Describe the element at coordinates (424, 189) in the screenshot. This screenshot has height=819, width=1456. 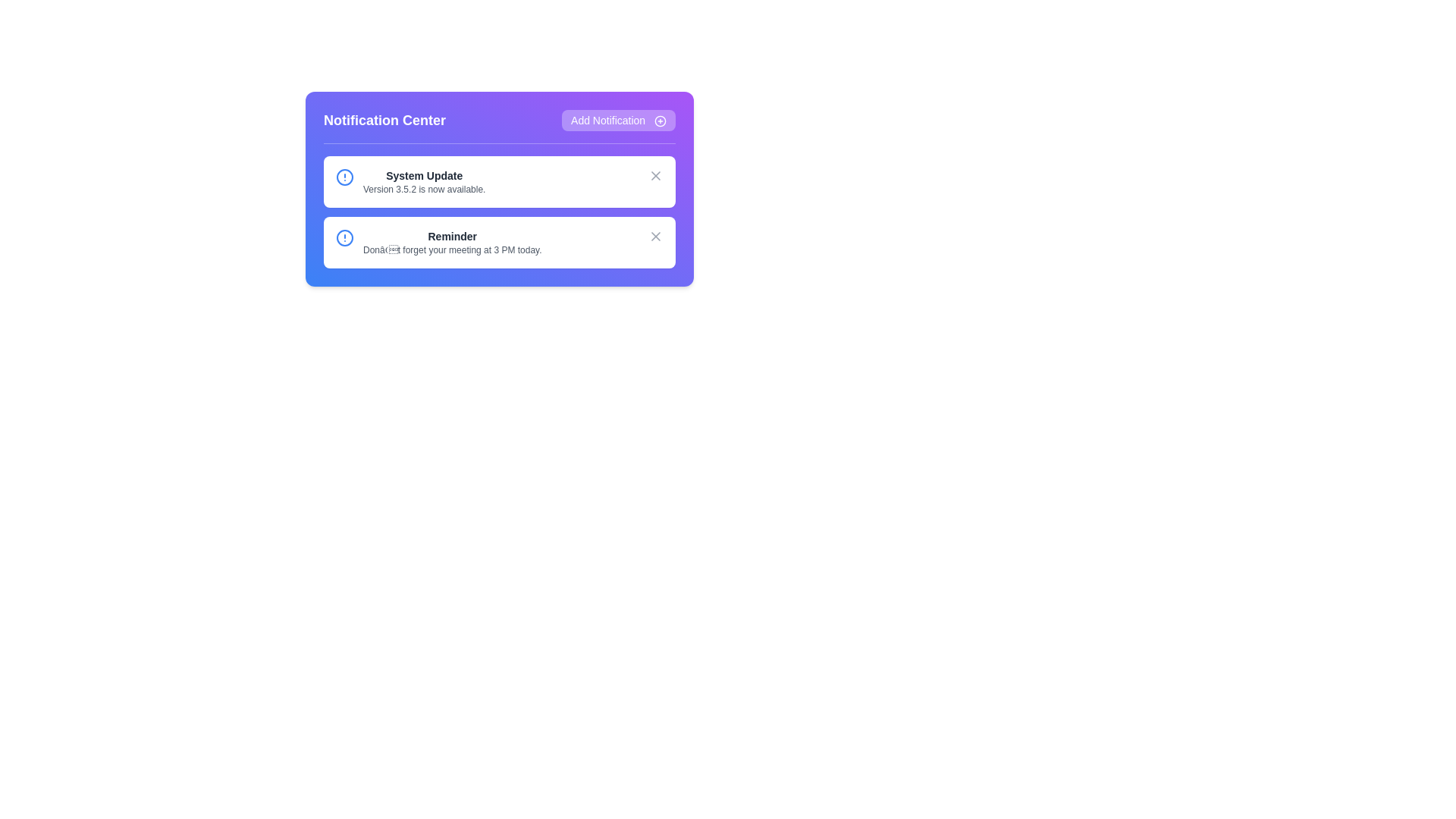
I see `the static text label displaying 'Version 3.5.2 is now available.' which is located below the 'System Update' heading in the notification card` at that location.